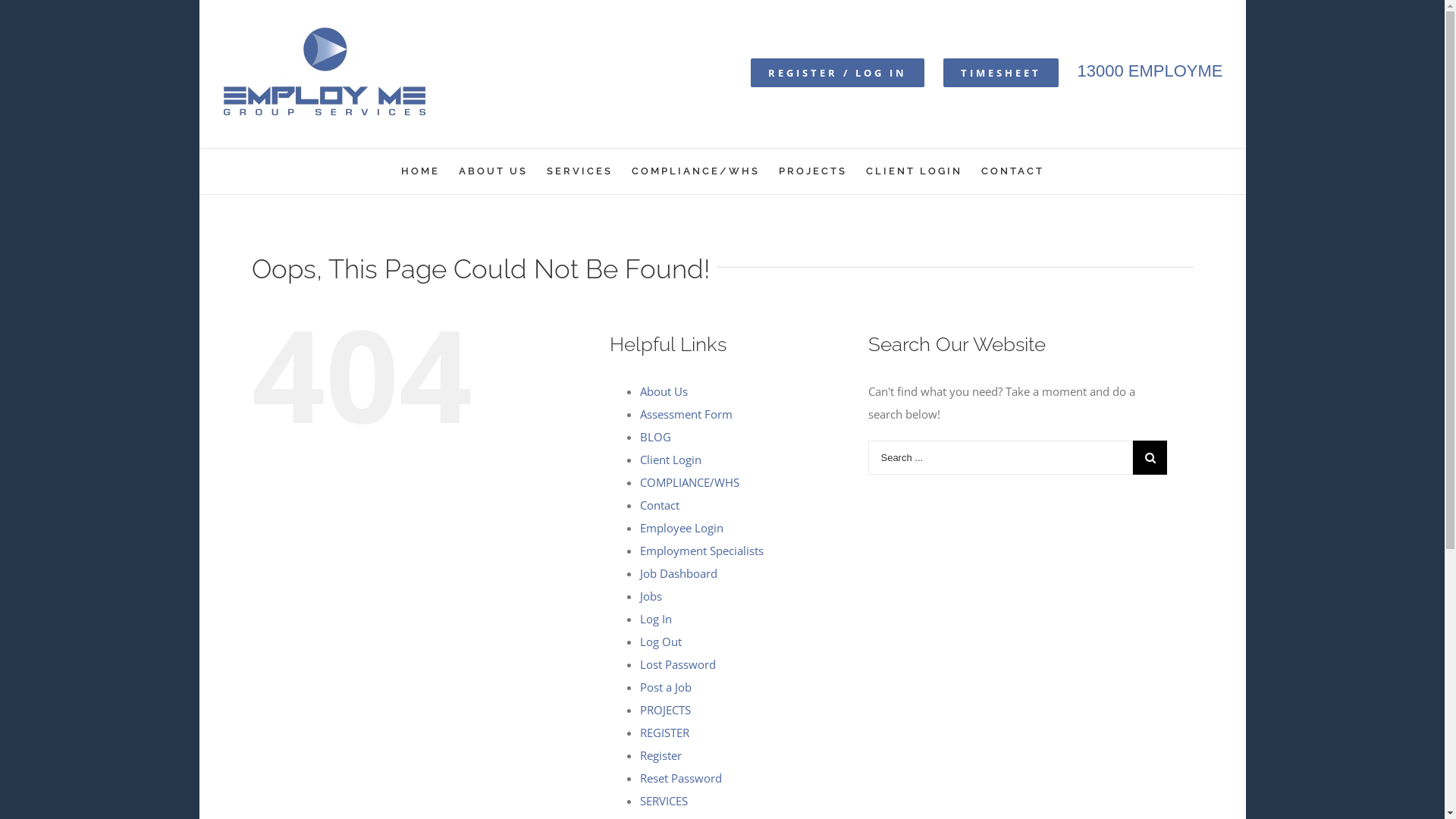 The width and height of the screenshot is (1456, 819). I want to click on 'PROJECTS', so click(665, 710).